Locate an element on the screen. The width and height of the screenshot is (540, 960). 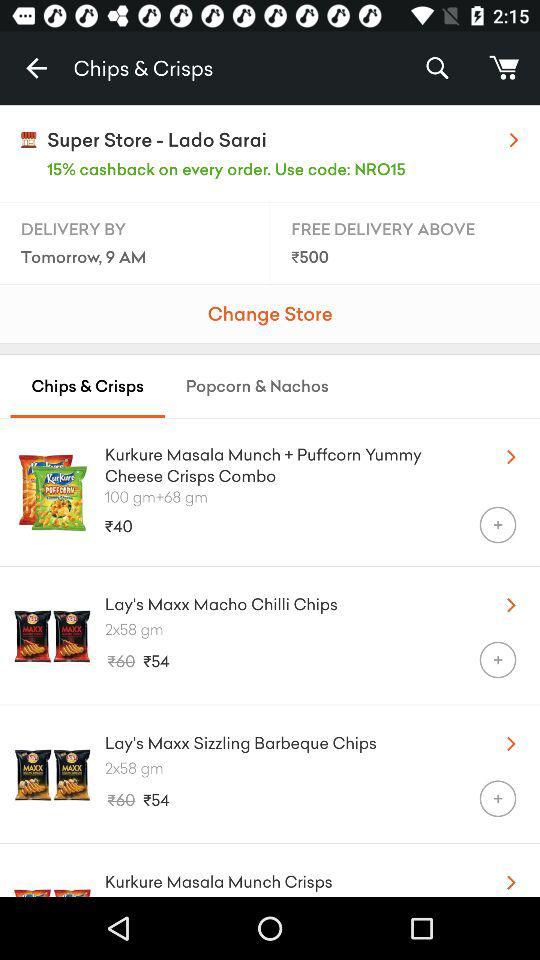
the icon below 2x58 gm item is located at coordinates (496, 798).